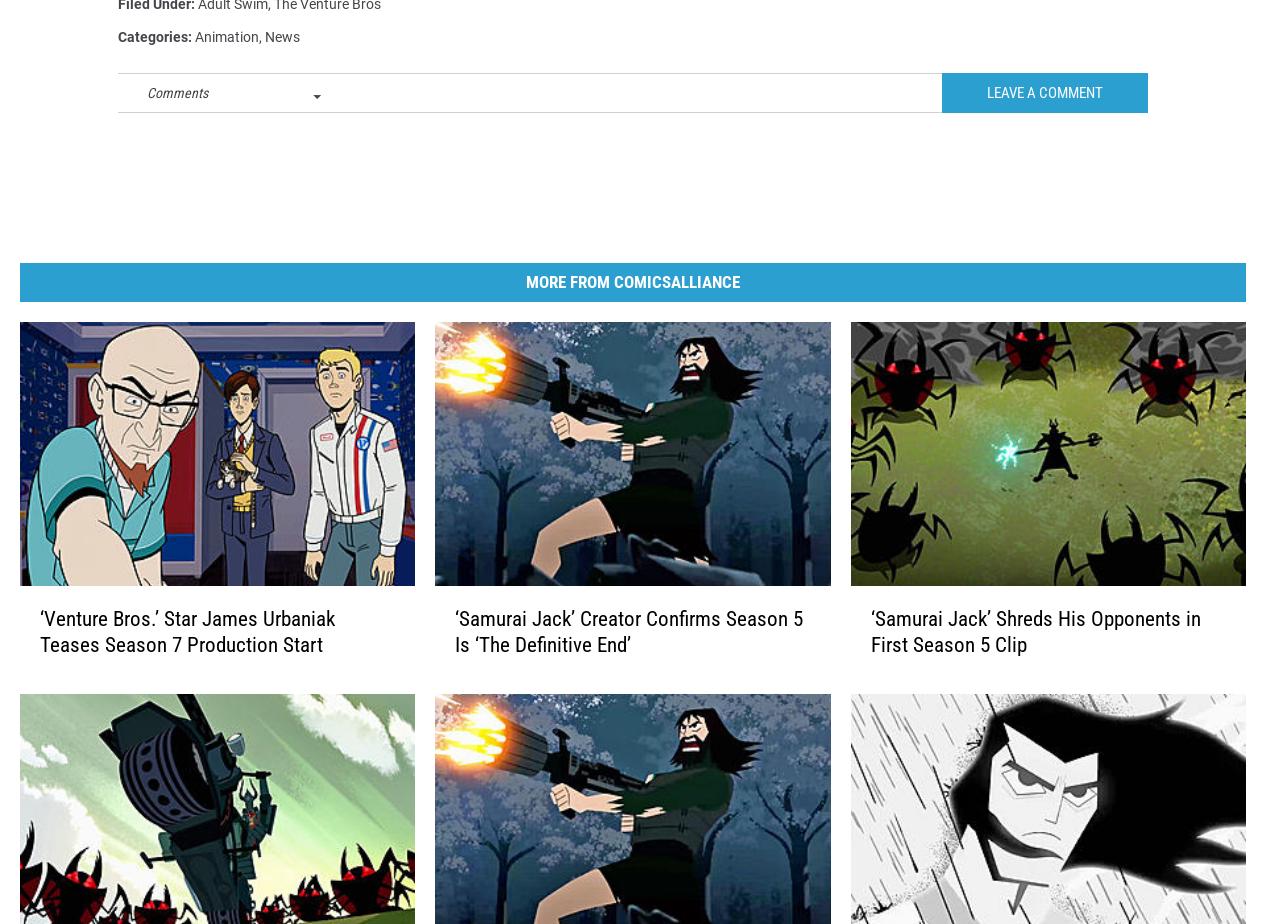  I want to click on '‘Venture Bros.’ Star James Urbaniak Teases Season 7 Production Start', so click(187, 662).